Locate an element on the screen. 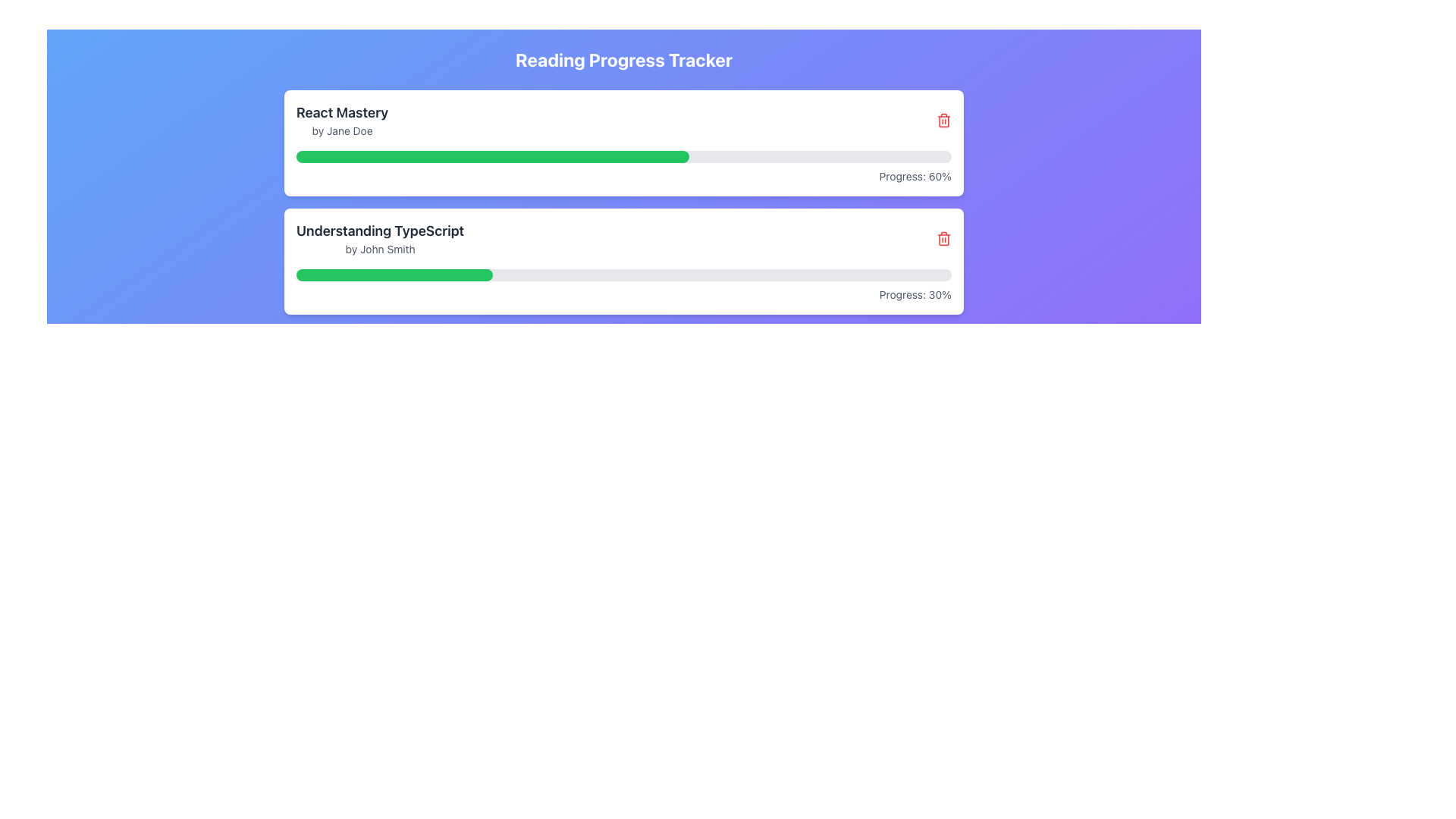  the visual representation of the progress bar located below the text 'Understanding TypeScript' and above the caption 'Progress: 30%' in the second card of the interface is located at coordinates (623, 275).